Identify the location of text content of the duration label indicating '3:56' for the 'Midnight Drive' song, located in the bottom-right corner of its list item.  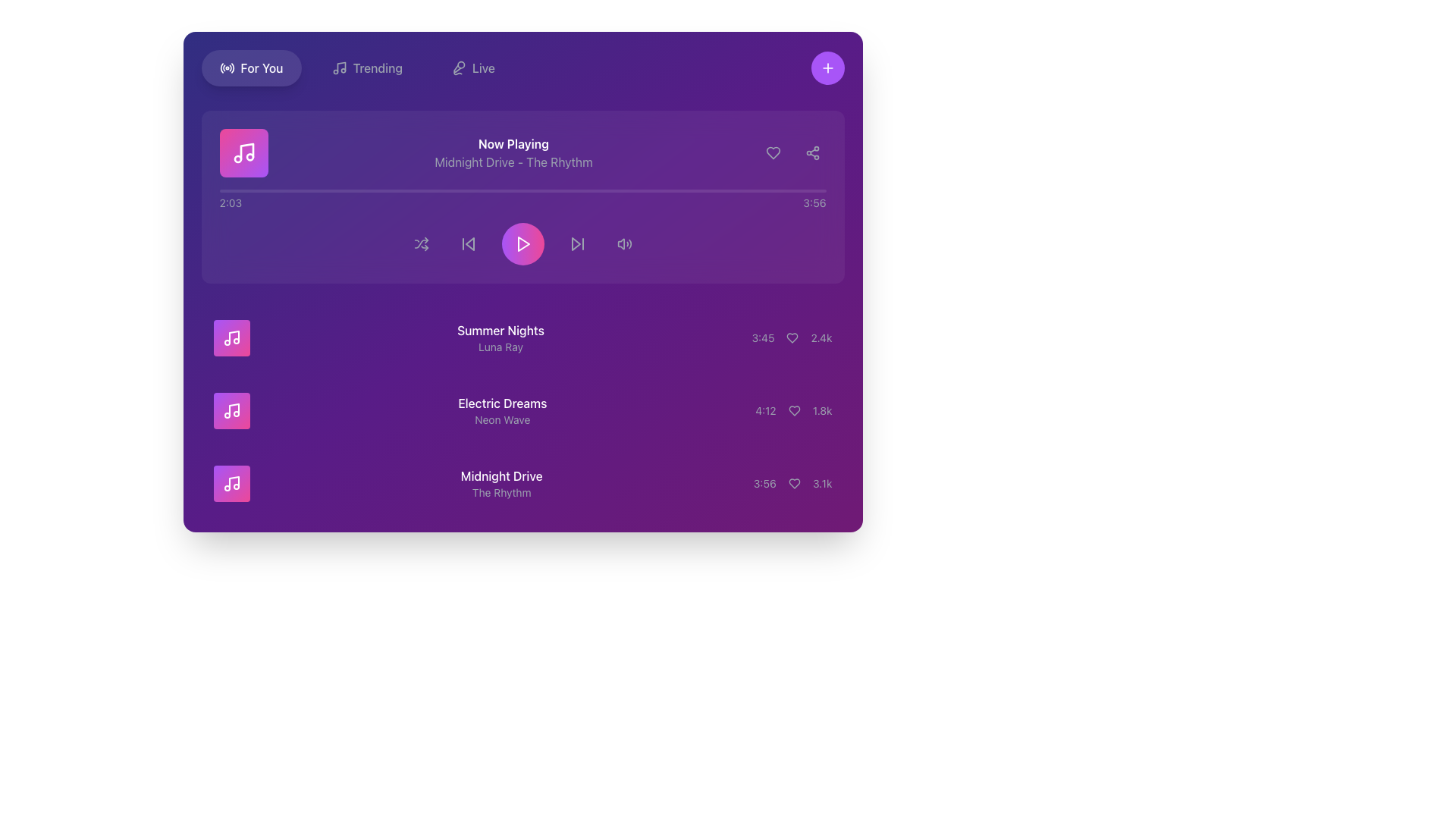
(764, 483).